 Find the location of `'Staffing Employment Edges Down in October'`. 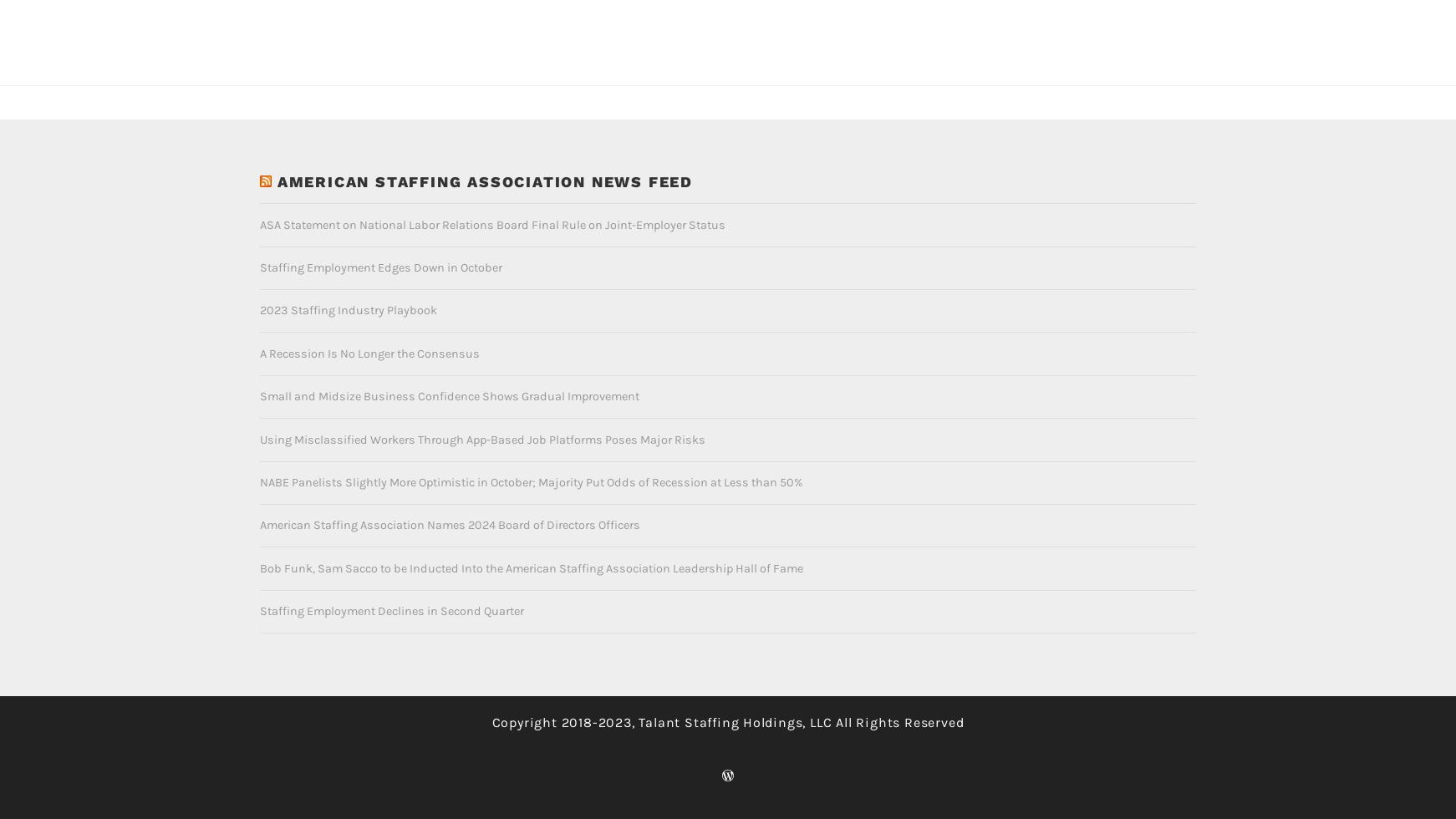

'Staffing Employment Edges Down in October' is located at coordinates (258, 240).